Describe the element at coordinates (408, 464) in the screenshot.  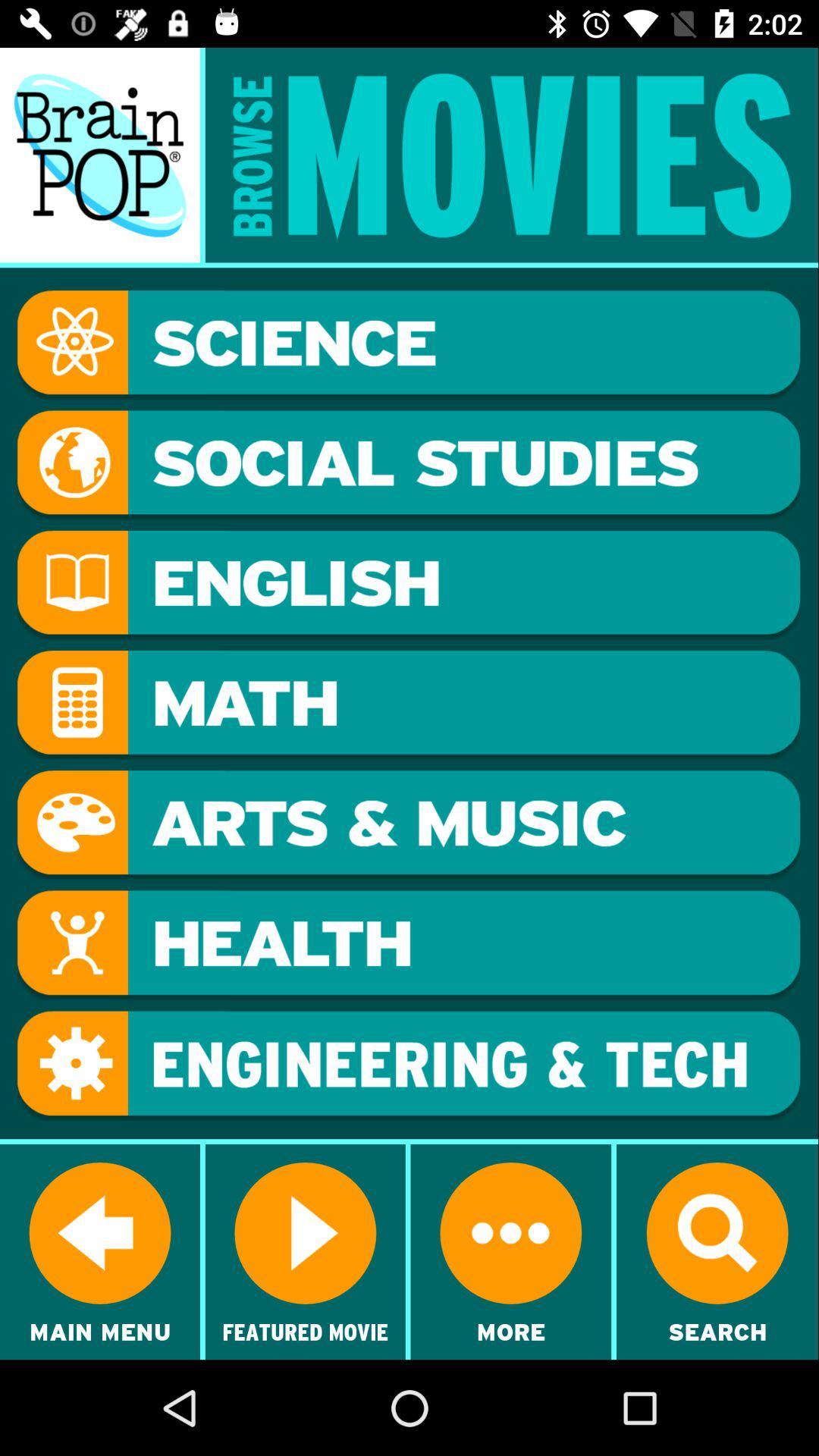
I see `choose social studies` at that location.